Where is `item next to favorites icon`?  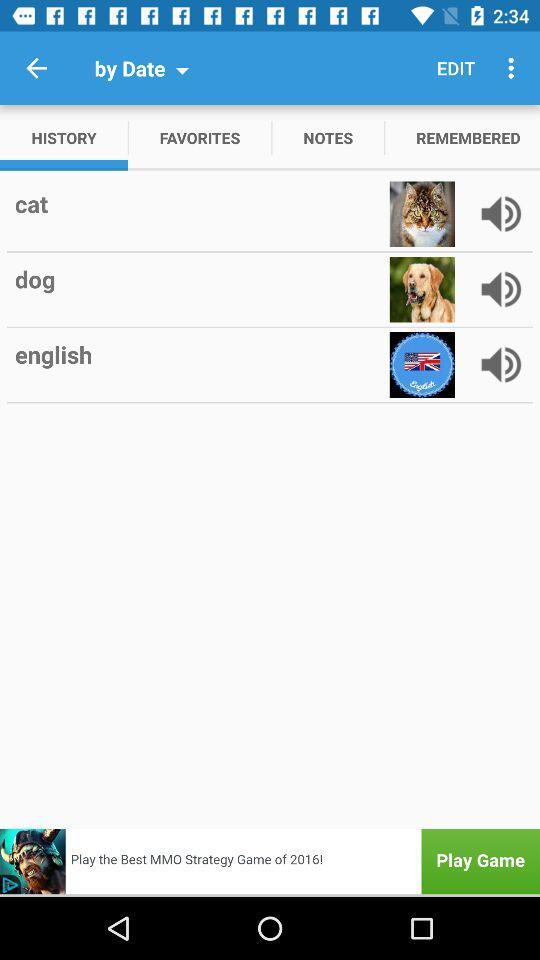 item next to favorites icon is located at coordinates (64, 136).